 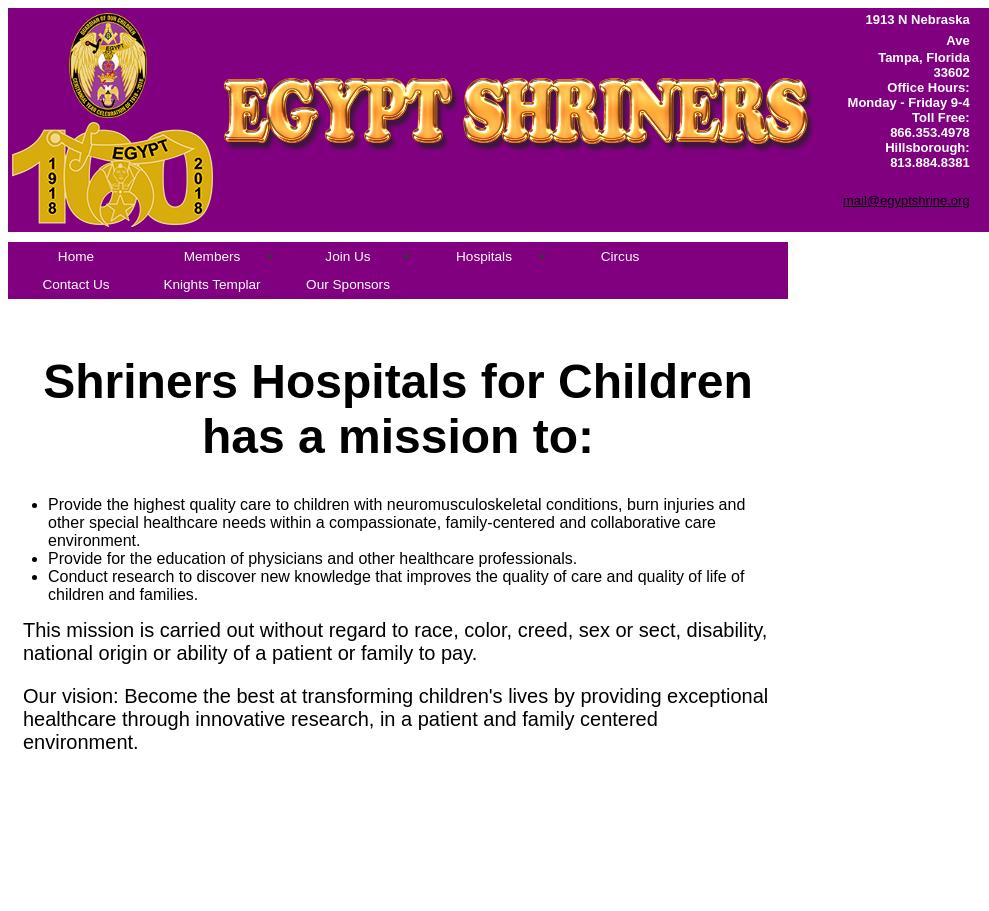 What do you see at coordinates (916, 29) in the screenshot?
I see `'1913 N Nebraska Ave'` at bounding box center [916, 29].